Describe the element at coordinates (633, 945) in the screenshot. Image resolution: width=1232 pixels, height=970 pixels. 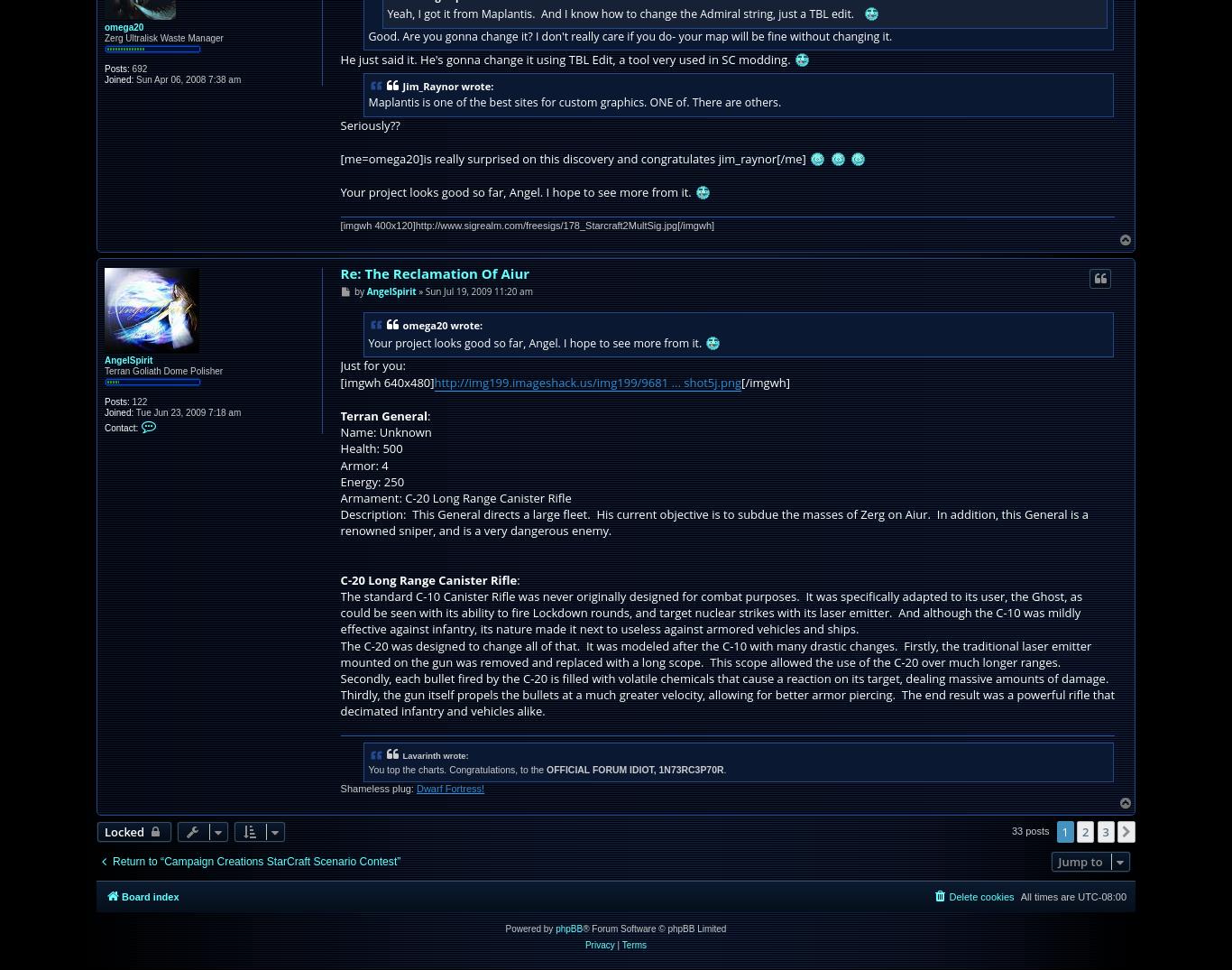
I see `'Terms'` at that location.